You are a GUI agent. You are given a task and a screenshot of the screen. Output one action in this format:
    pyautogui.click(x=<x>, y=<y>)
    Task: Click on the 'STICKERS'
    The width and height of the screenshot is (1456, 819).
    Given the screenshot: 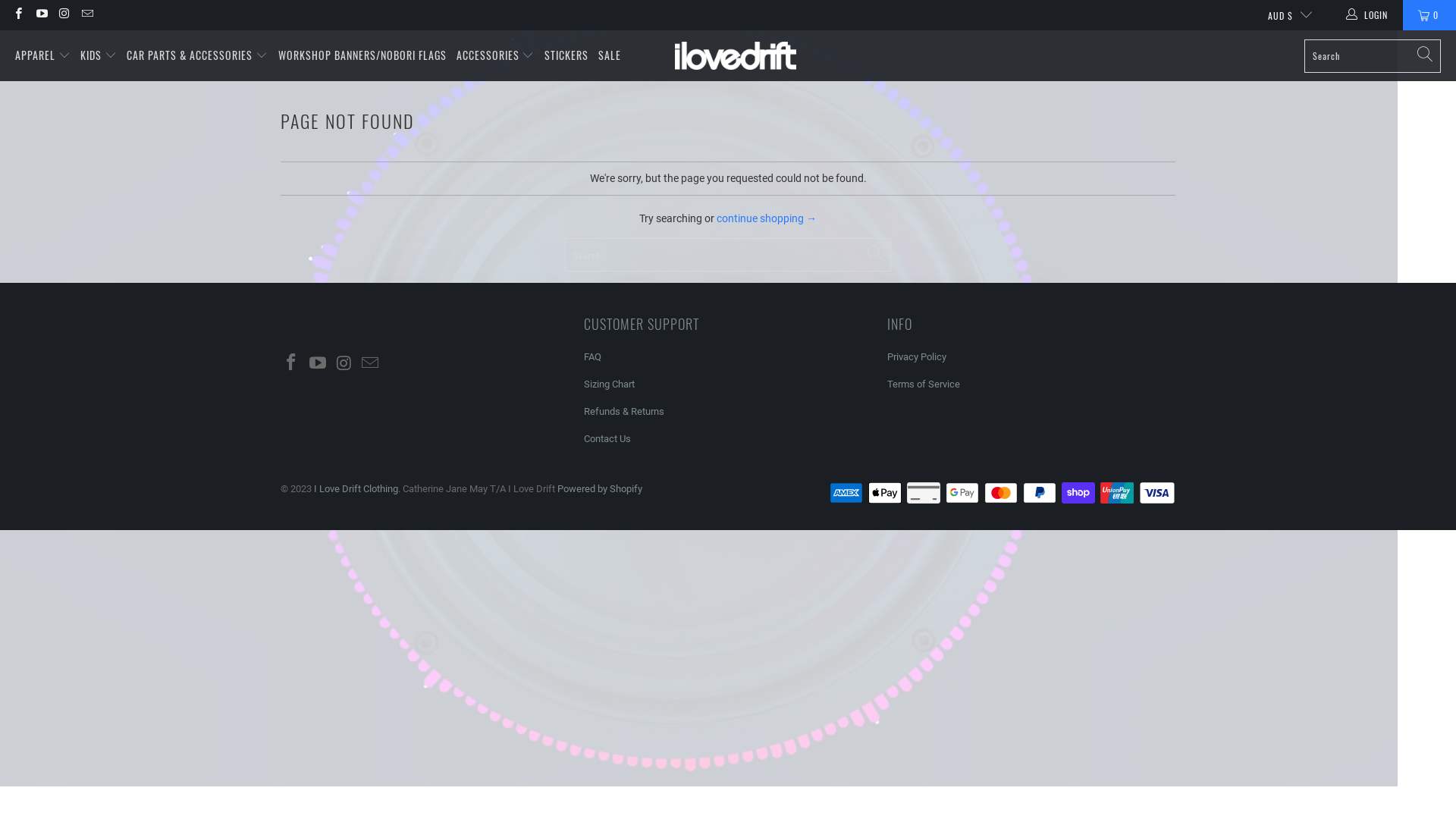 What is the action you would take?
    pyautogui.click(x=566, y=55)
    